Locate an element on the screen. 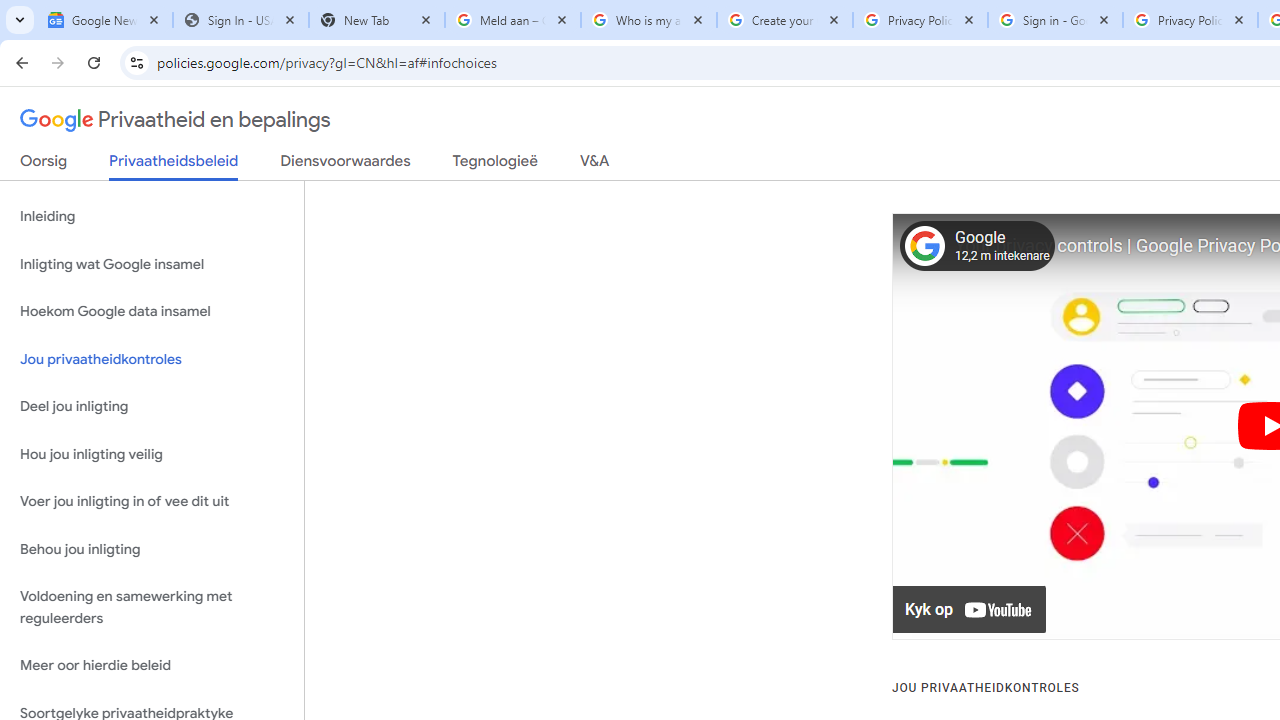 The height and width of the screenshot is (720, 1280). 'Who is my administrator? - Google Account Help' is located at coordinates (648, 20).